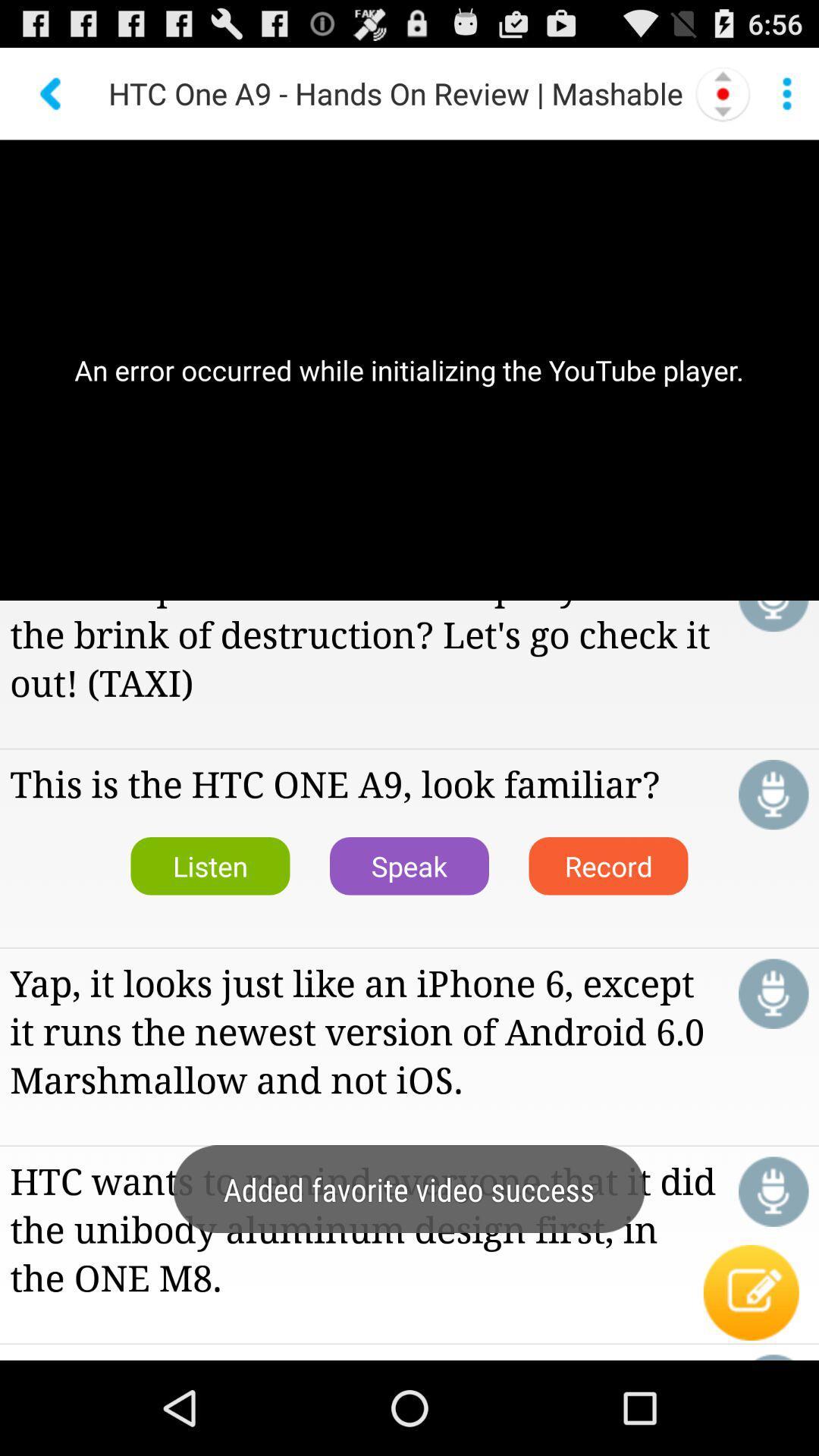 Image resolution: width=819 pixels, height=1456 pixels. What do you see at coordinates (751, 1383) in the screenshot?
I see `the edit icon` at bounding box center [751, 1383].